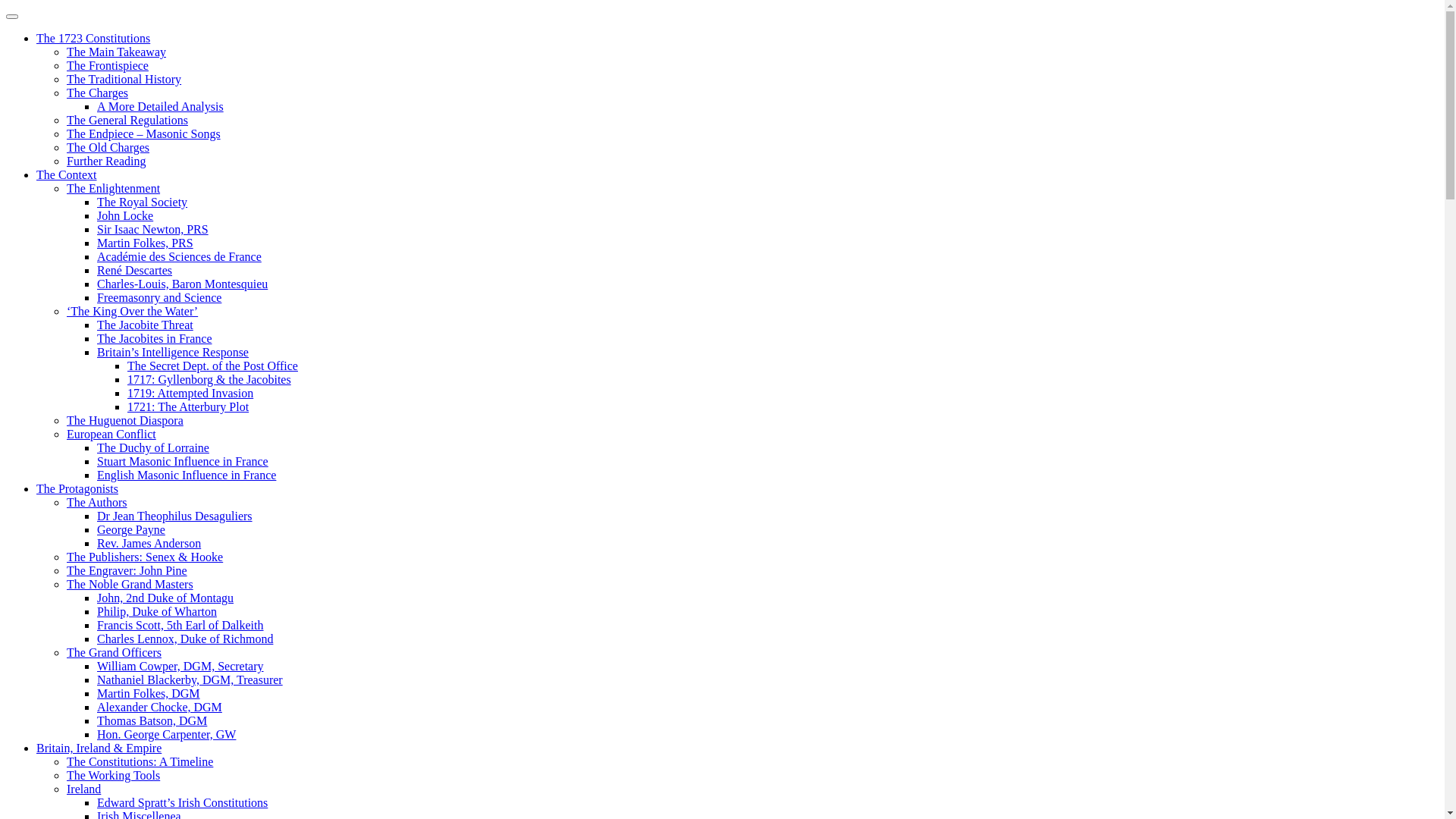 Image resolution: width=1456 pixels, height=819 pixels. I want to click on '1721: The Atterbury Plot', so click(127, 406).